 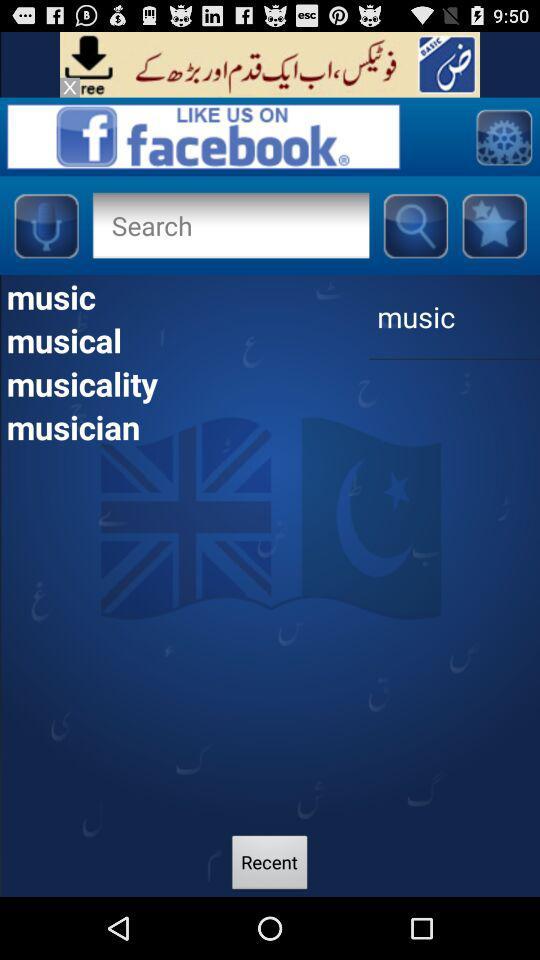 I want to click on settings, so click(x=502, y=135).